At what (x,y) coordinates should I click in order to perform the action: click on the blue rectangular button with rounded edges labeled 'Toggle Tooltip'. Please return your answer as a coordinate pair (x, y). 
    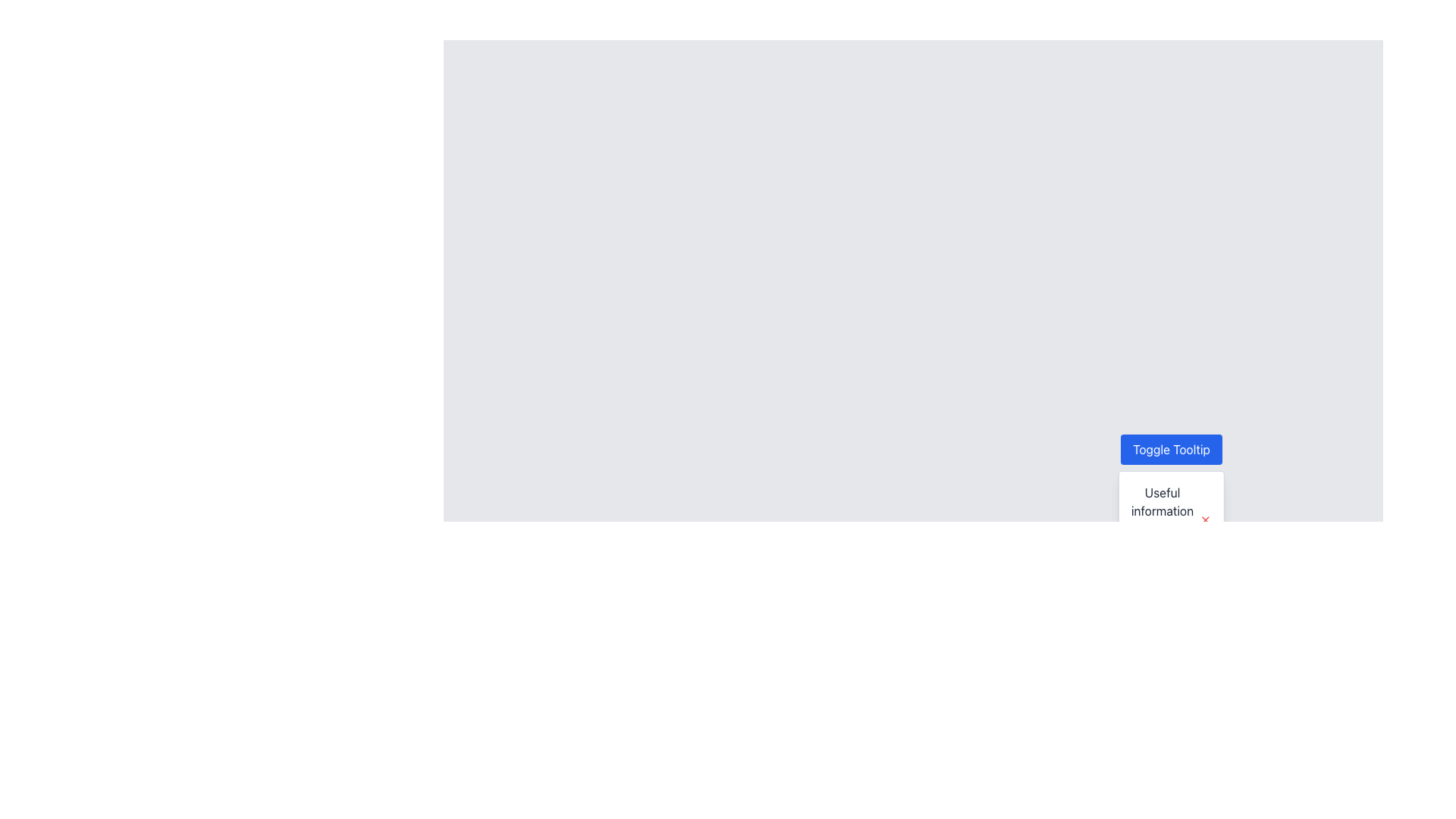
    Looking at the image, I should click on (1171, 449).